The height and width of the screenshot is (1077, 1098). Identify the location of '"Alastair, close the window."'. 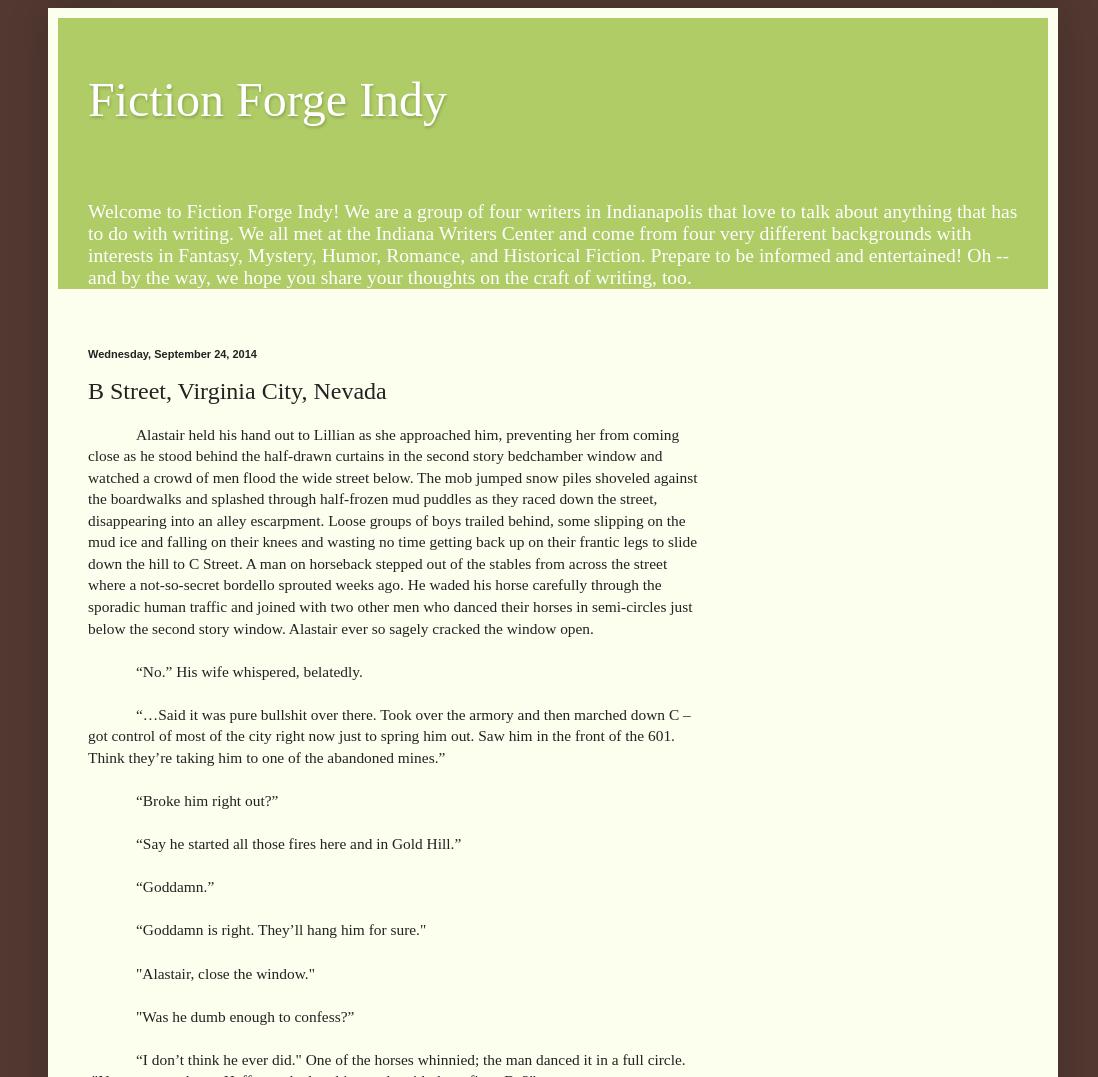
(223, 972).